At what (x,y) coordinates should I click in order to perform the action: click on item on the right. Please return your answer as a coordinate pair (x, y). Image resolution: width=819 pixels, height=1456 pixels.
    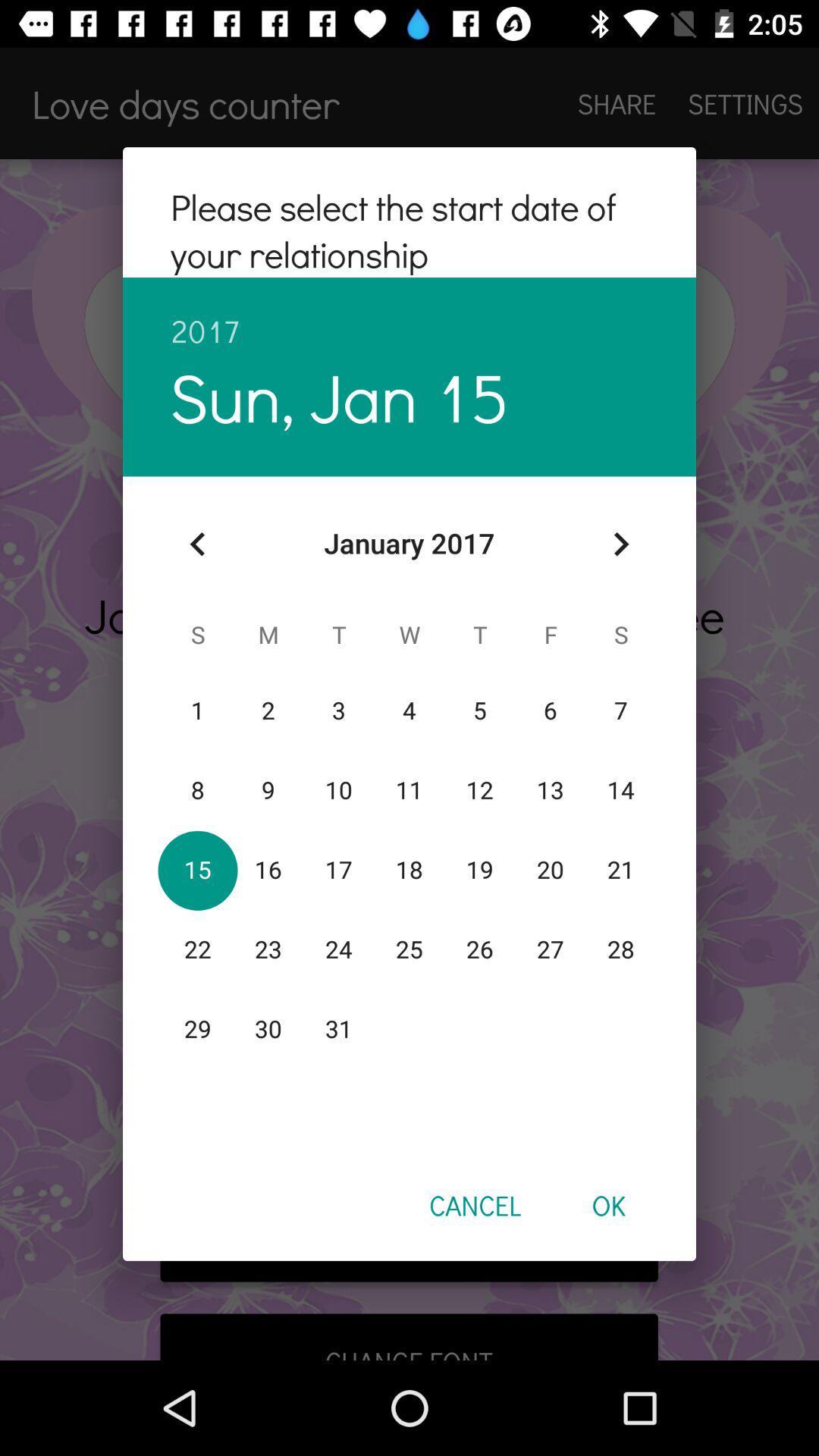
    Looking at the image, I should click on (620, 544).